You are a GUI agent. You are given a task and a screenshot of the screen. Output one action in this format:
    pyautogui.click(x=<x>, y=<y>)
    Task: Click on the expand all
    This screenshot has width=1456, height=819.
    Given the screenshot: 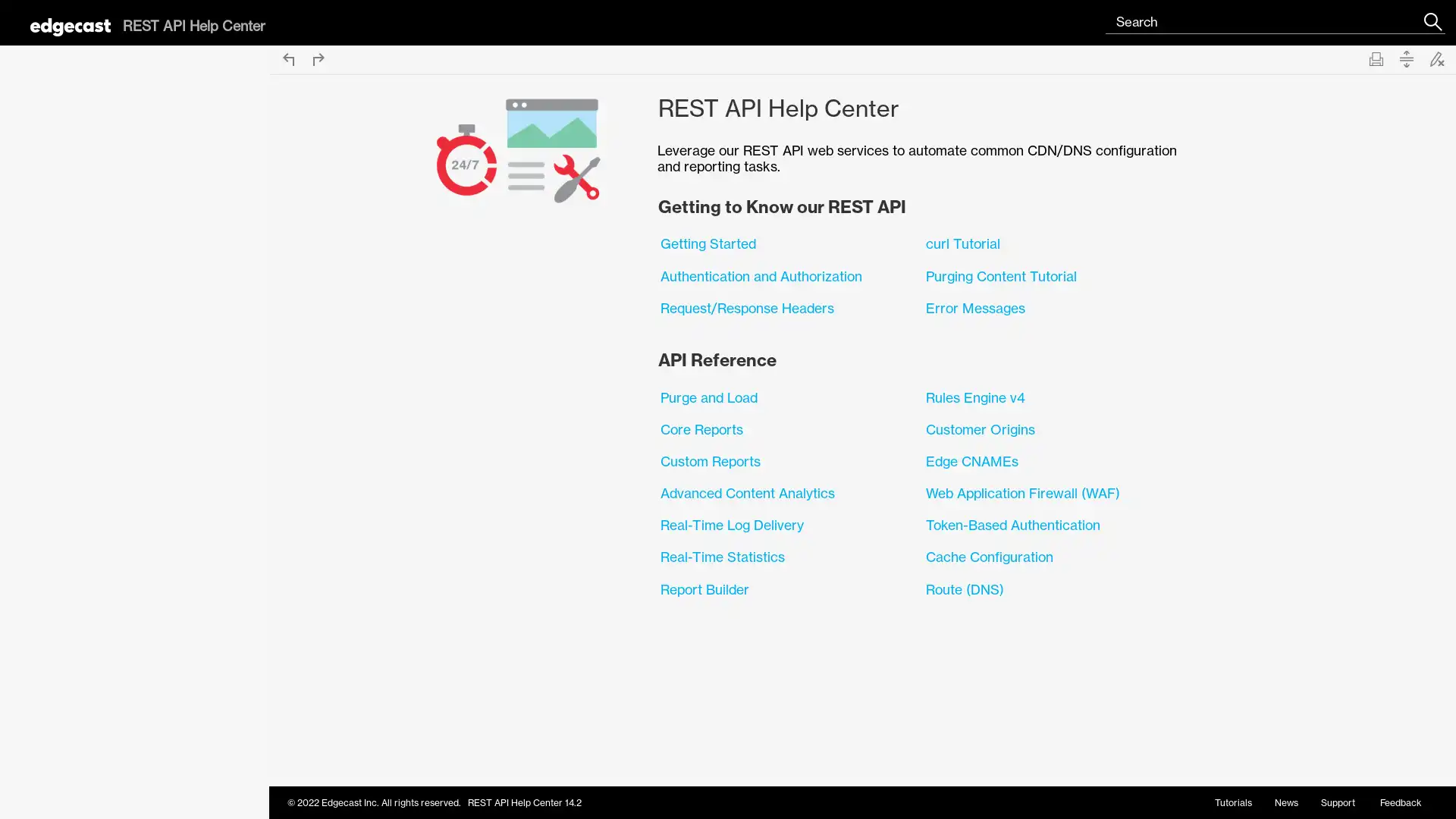 What is the action you would take?
    pyautogui.click(x=1405, y=58)
    